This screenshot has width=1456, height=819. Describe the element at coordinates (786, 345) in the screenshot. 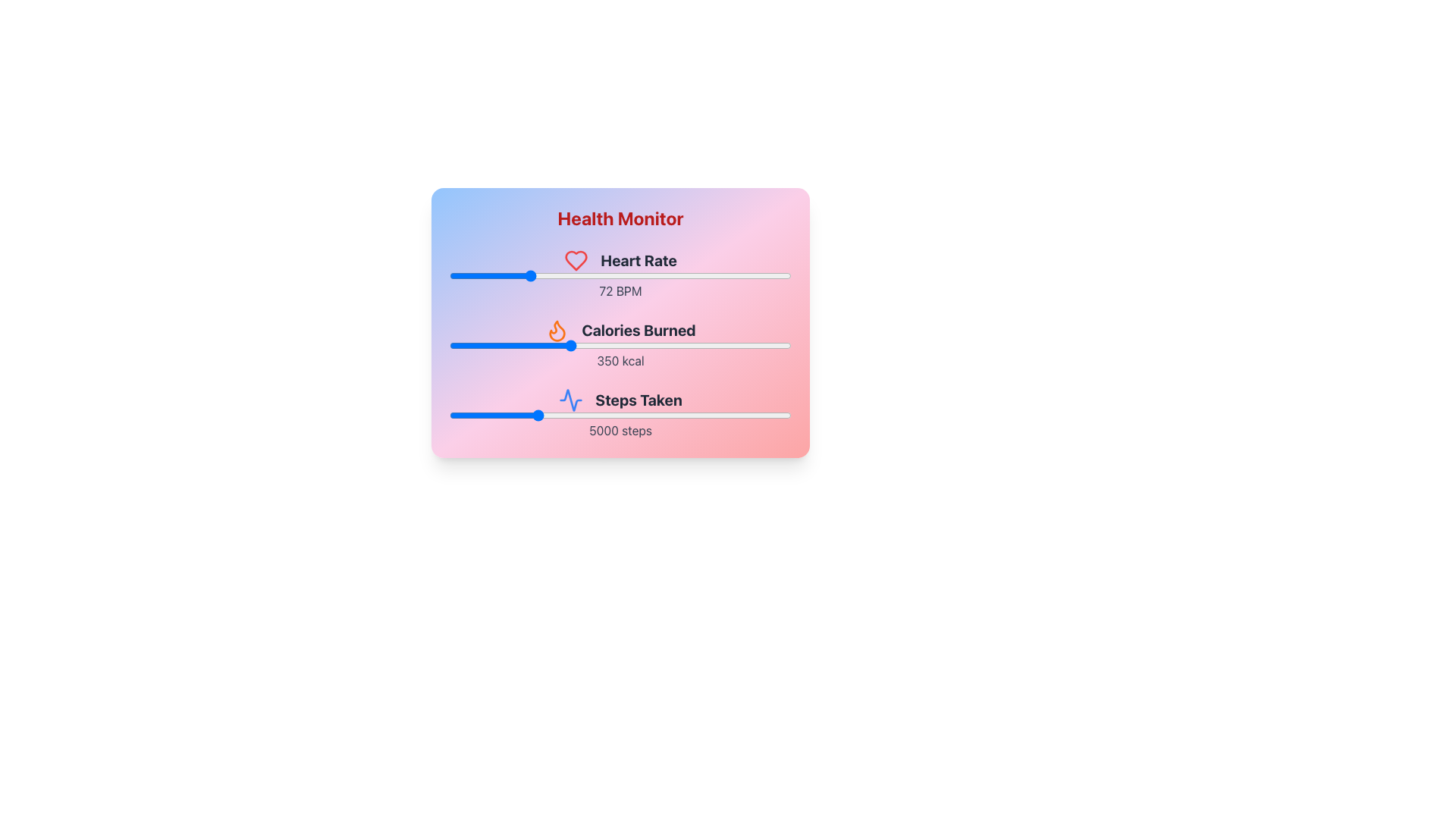

I see `the calories burned slider` at that location.